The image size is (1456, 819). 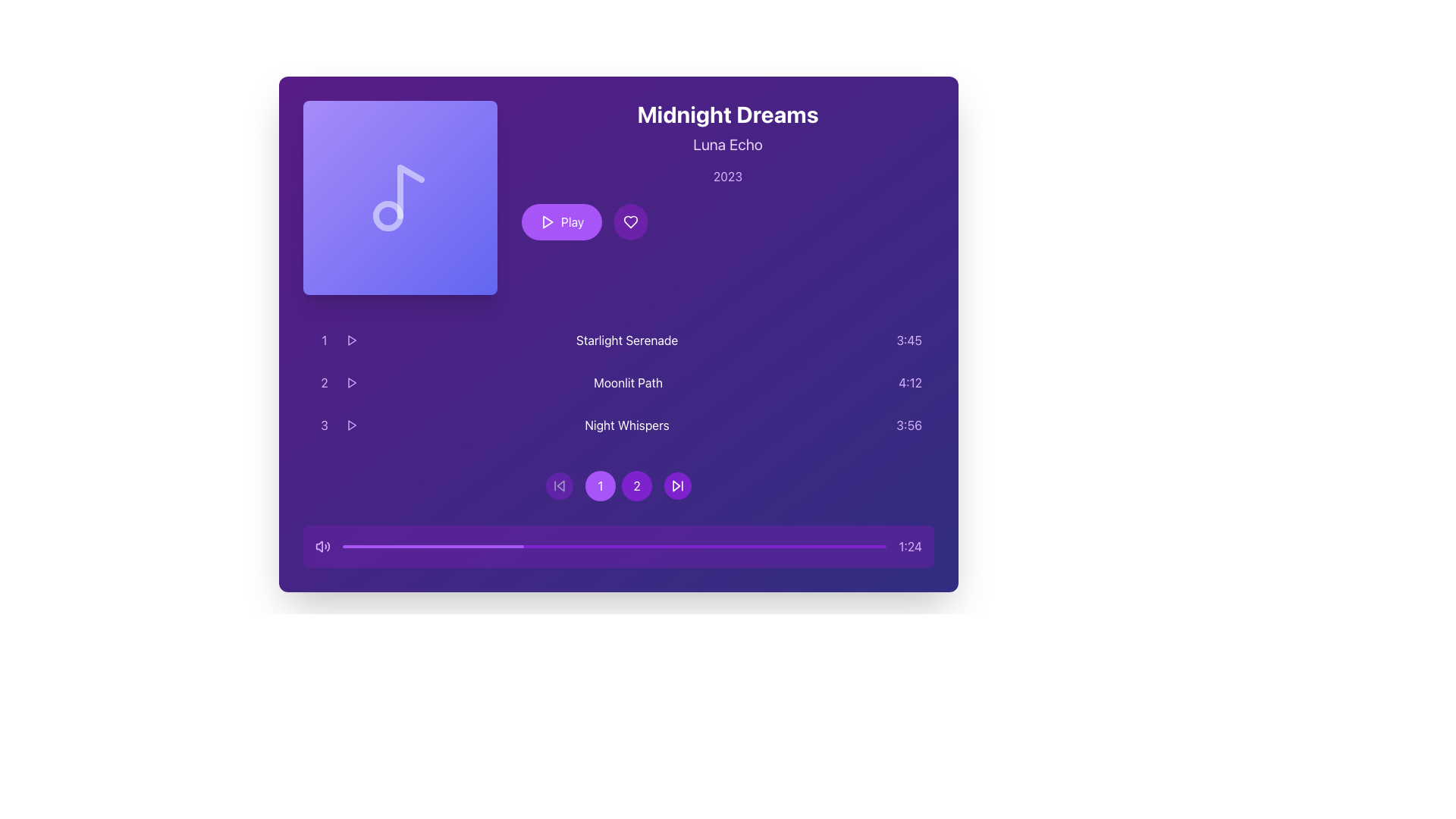 I want to click on the 'like' or 'favorite' button located to the right of the 'Play' button, so click(x=631, y=222).